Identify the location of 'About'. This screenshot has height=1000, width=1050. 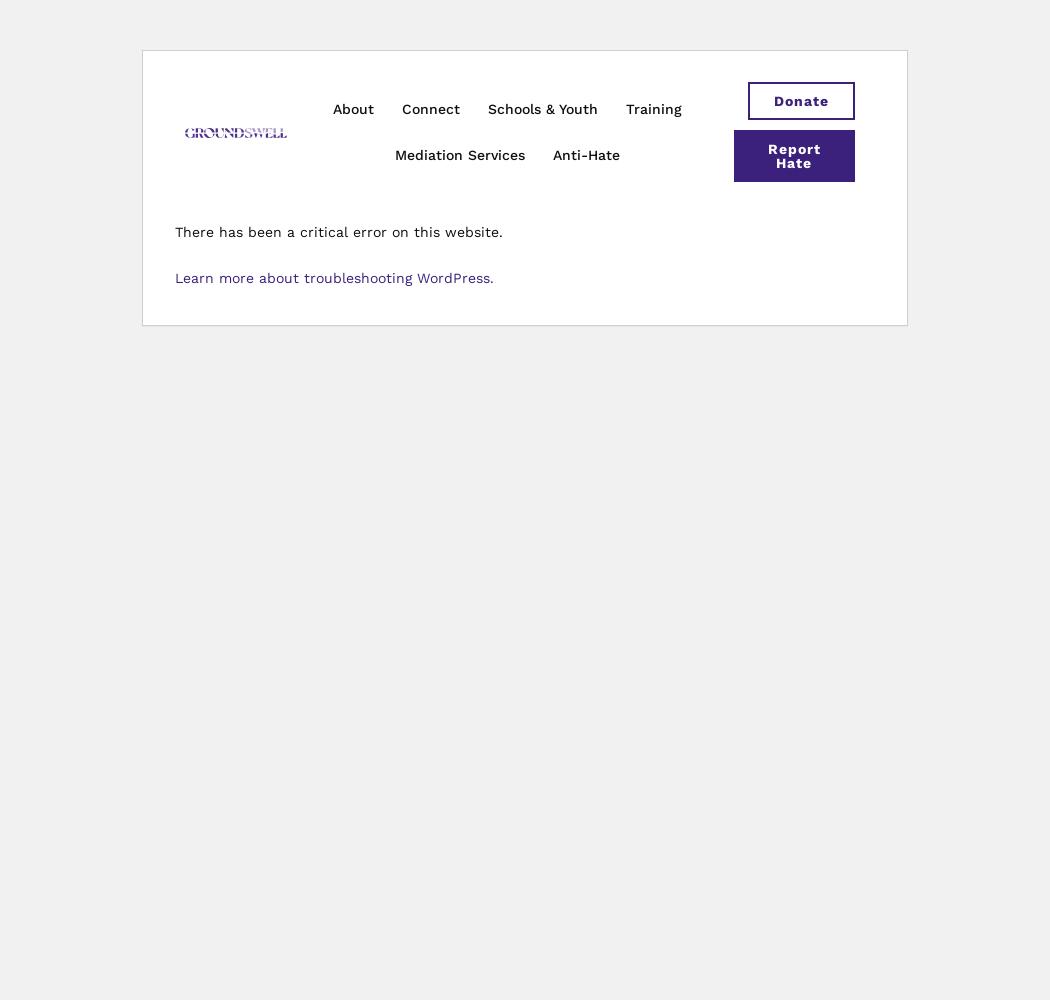
(352, 108).